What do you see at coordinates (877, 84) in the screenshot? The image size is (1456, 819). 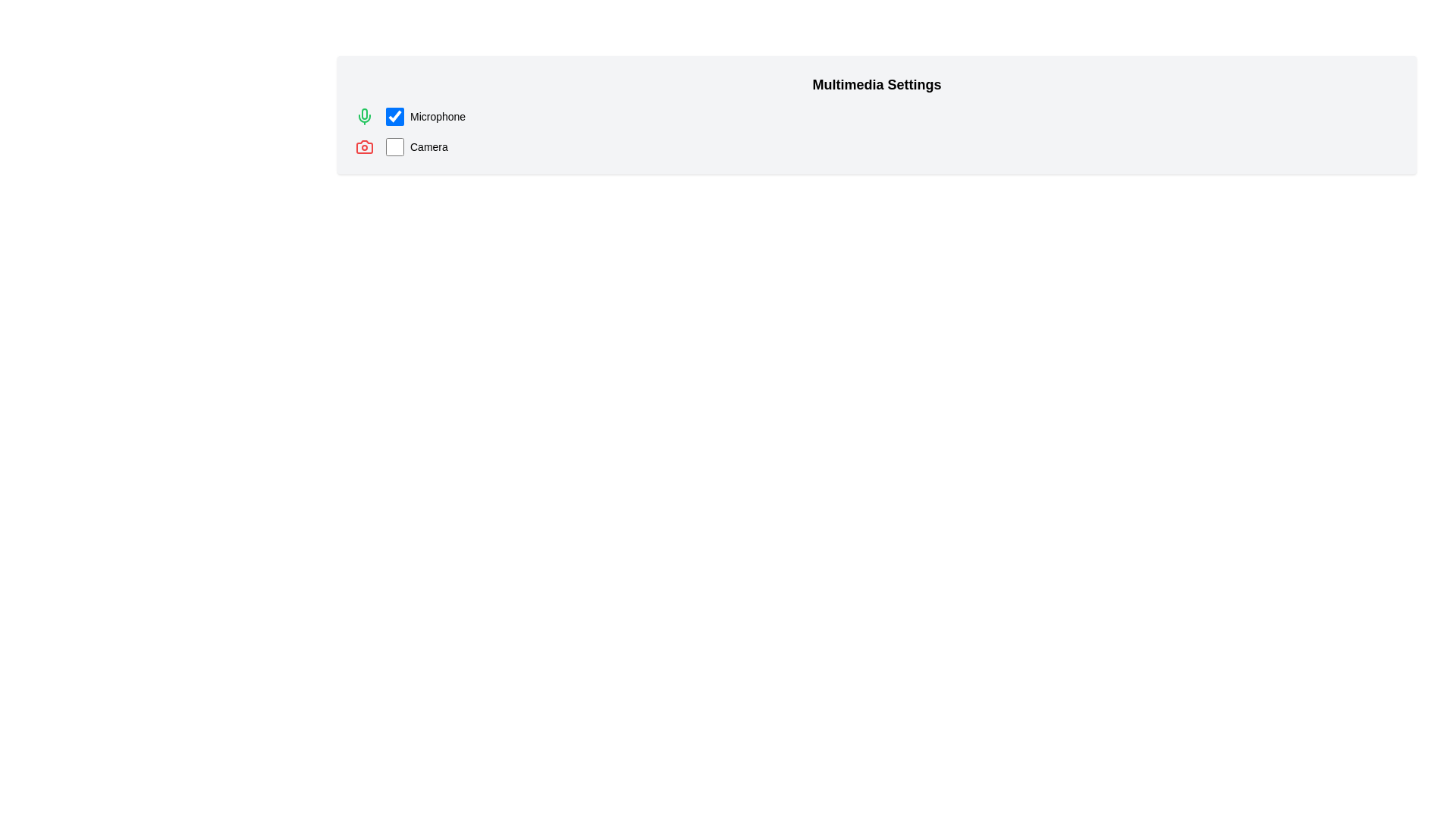 I see `header text indicating the purpose of the multimedia settings section, which is located at the top of a light gray panel above the Microphone and Camera settings` at bounding box center [877, 84].